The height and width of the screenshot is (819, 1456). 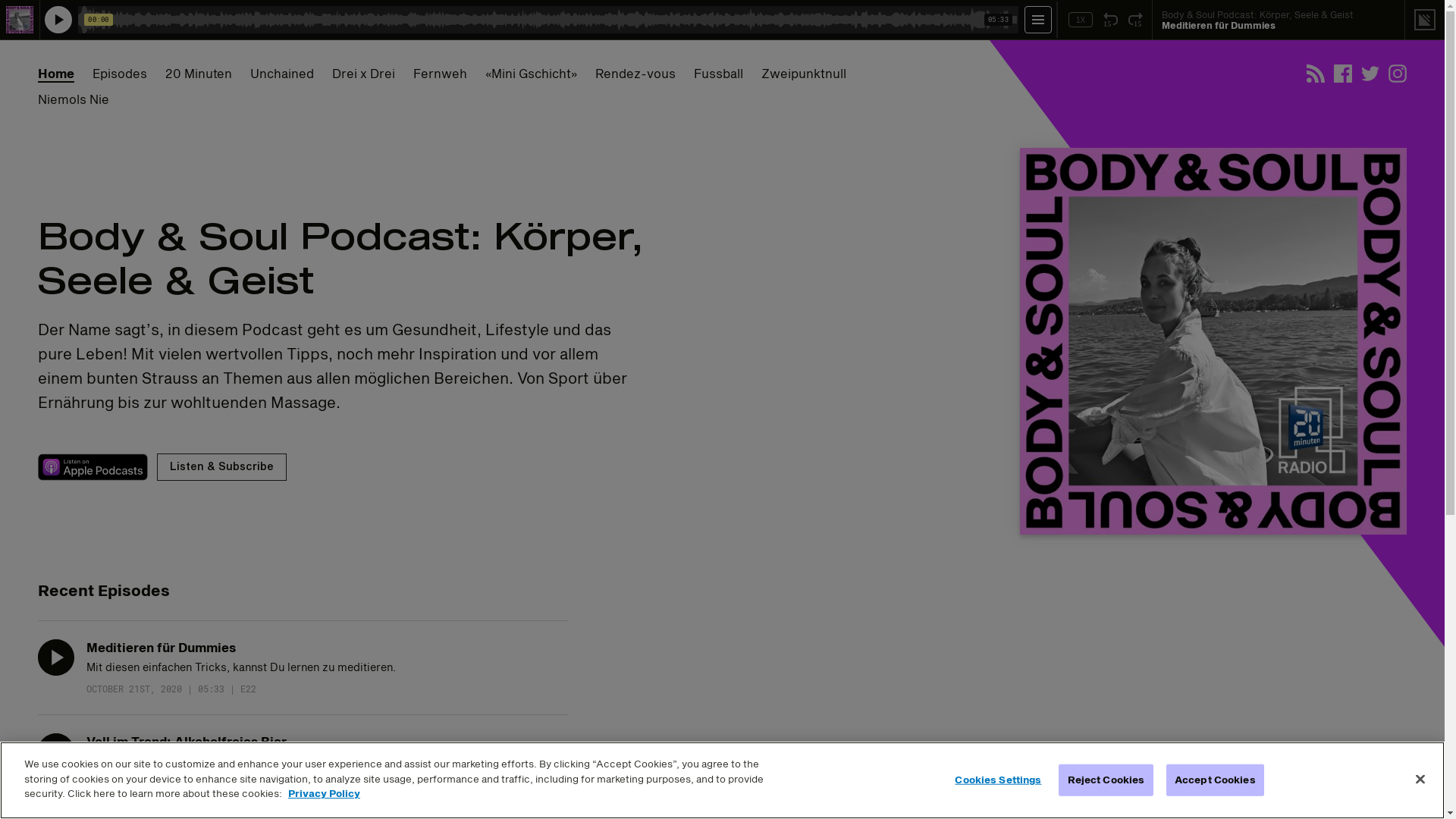 I want to click on '15', so click(x=1135, y=20).